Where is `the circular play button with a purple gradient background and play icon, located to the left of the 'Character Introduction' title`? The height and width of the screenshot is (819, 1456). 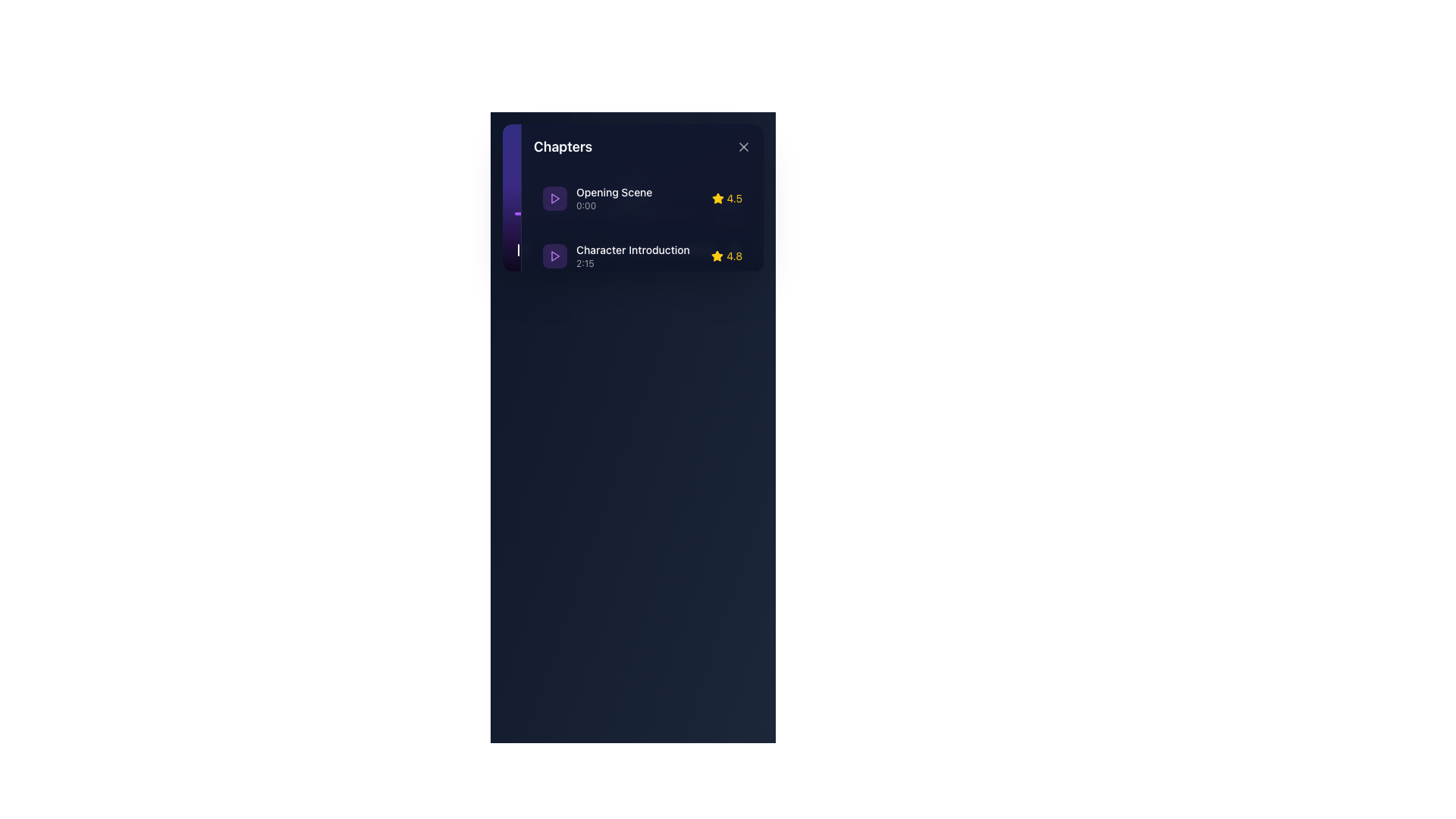
the circular play button with a purple gradient background and play icon, located to the left of the 'Character Introduction' title is located at coordinates (554, 256).